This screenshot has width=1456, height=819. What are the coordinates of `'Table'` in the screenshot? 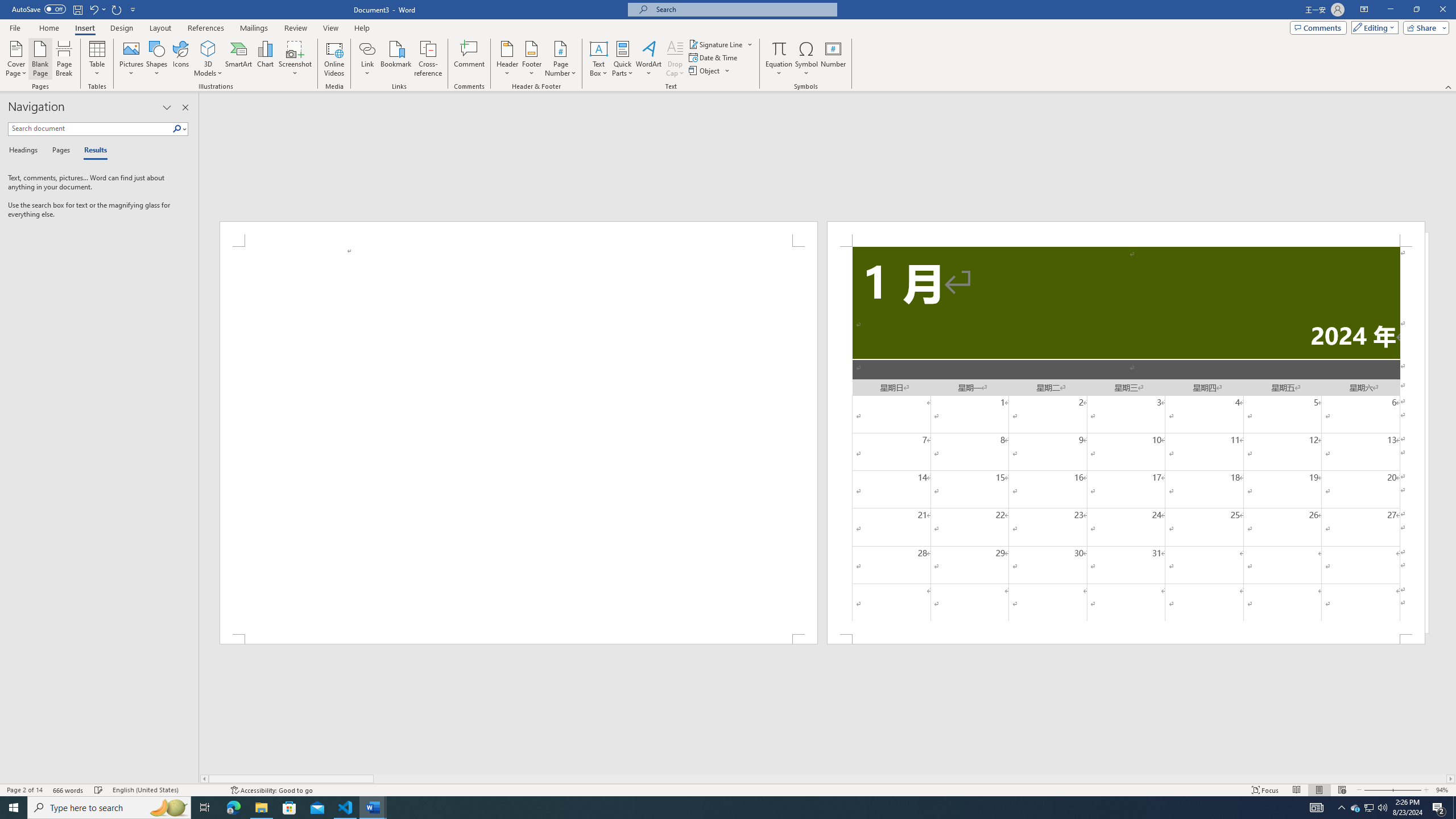 It's located at (97, 59).